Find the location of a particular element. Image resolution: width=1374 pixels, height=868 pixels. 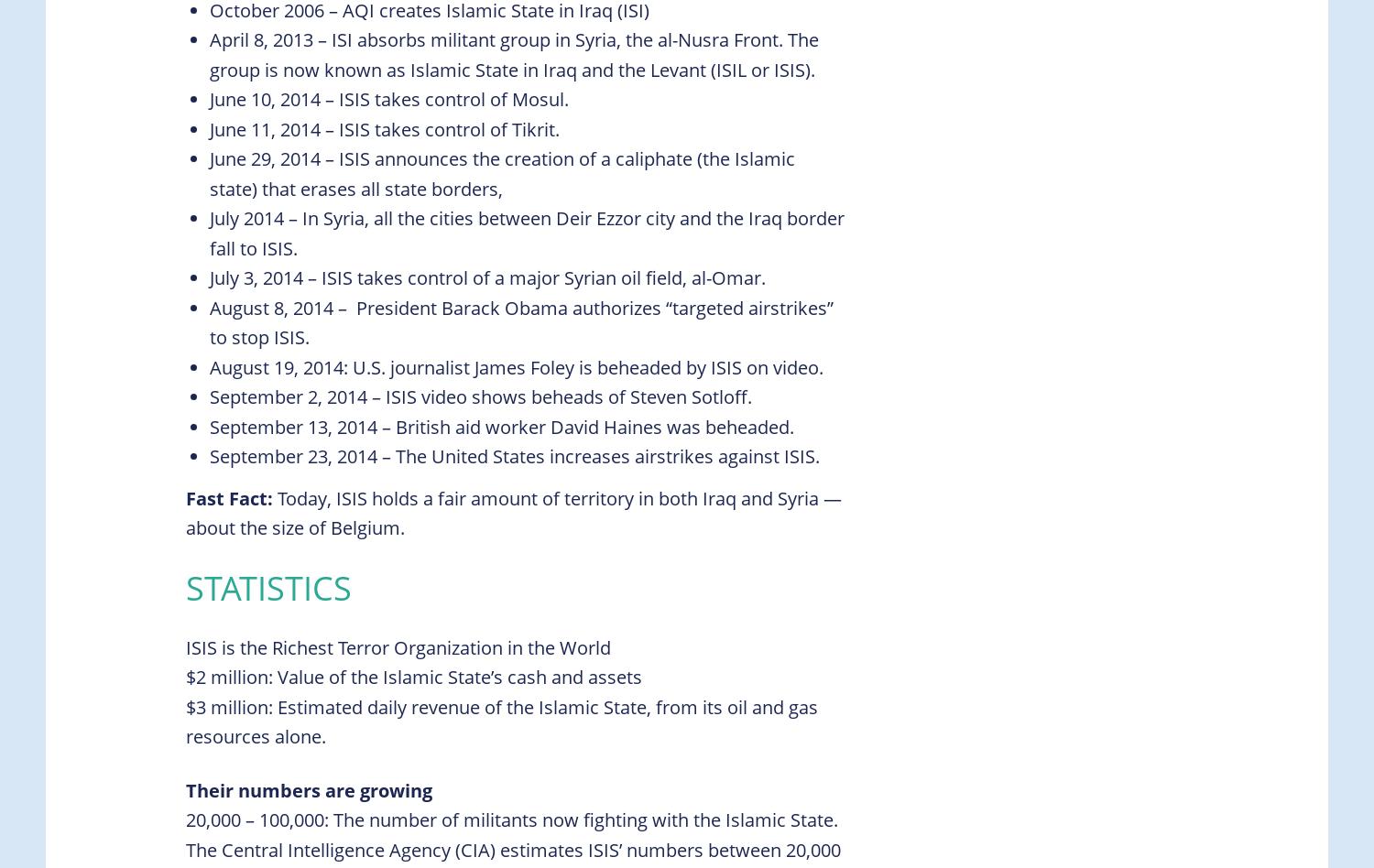

'September 23, 2014 – The United States increases airstrikes against ISIS.' is located at coordinates (209, 456).